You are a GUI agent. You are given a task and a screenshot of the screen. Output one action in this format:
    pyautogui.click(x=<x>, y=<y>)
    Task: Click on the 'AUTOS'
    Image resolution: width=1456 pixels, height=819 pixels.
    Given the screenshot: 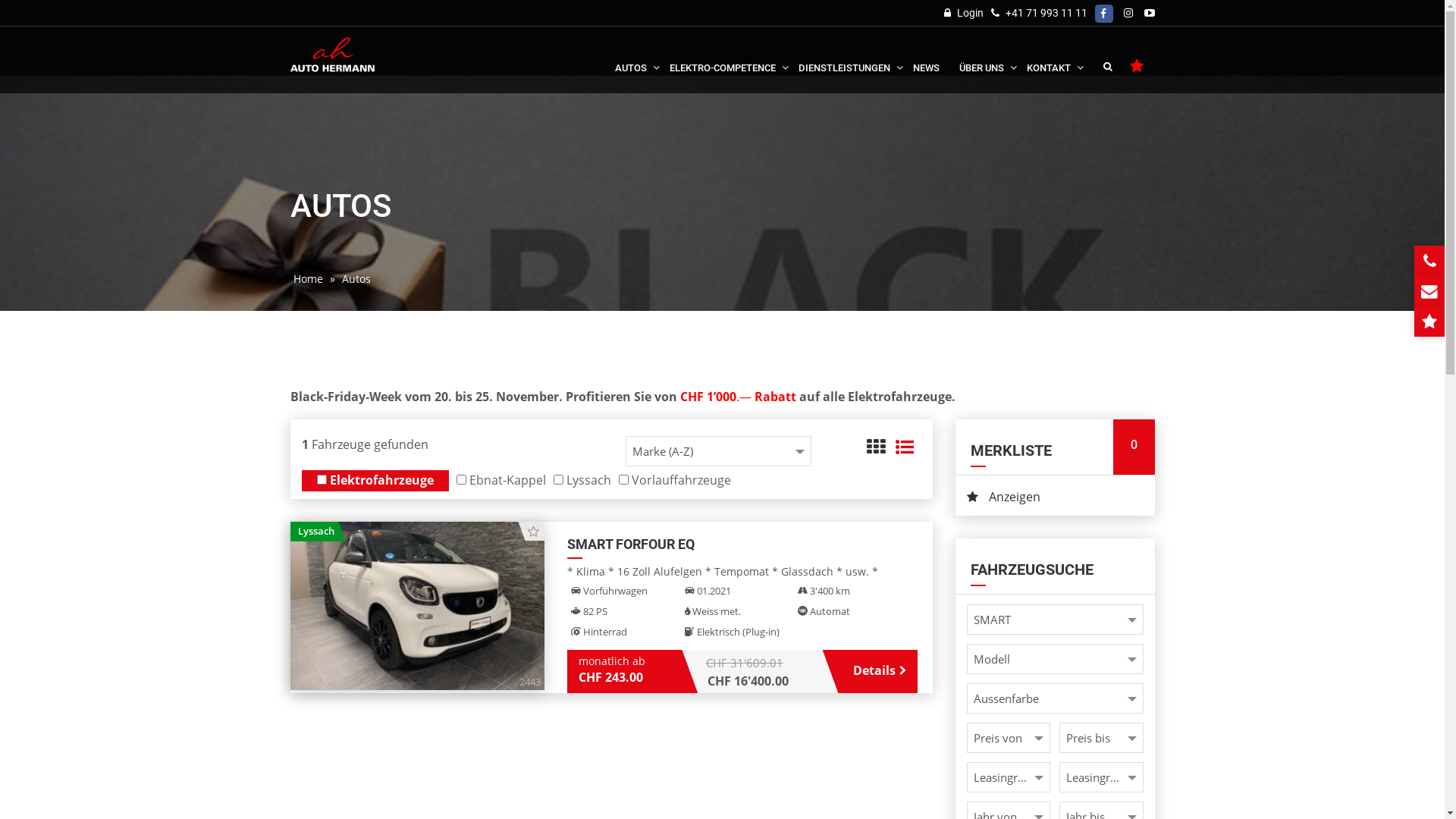 What is the action you would take?
    pyautogui.click(x=632, y=57)
    